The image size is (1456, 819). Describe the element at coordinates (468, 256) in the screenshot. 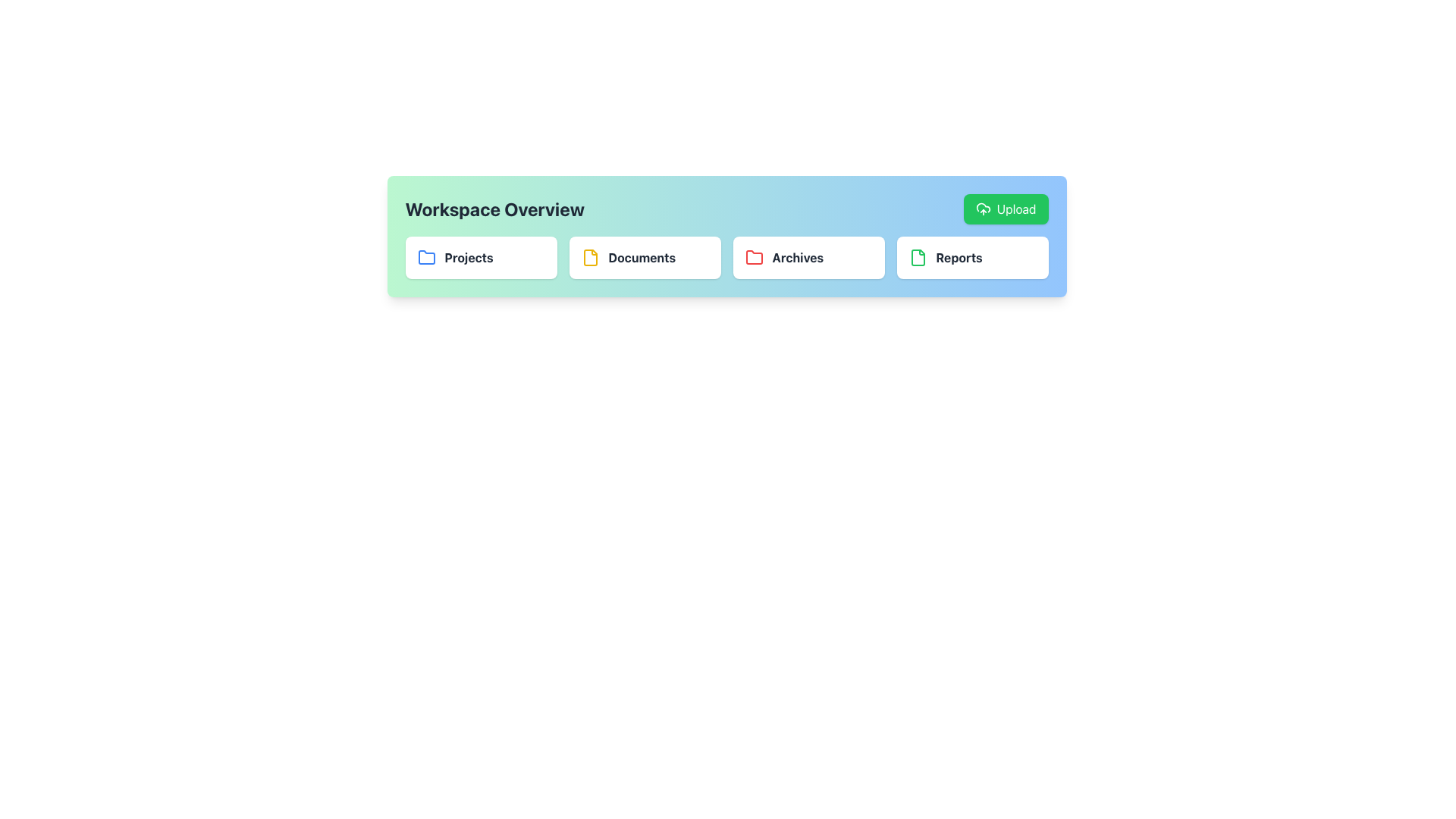

I see `the bold text label reading 'Projects' located to the right of the blue folder icon in the Workspace Overview section` at that location.